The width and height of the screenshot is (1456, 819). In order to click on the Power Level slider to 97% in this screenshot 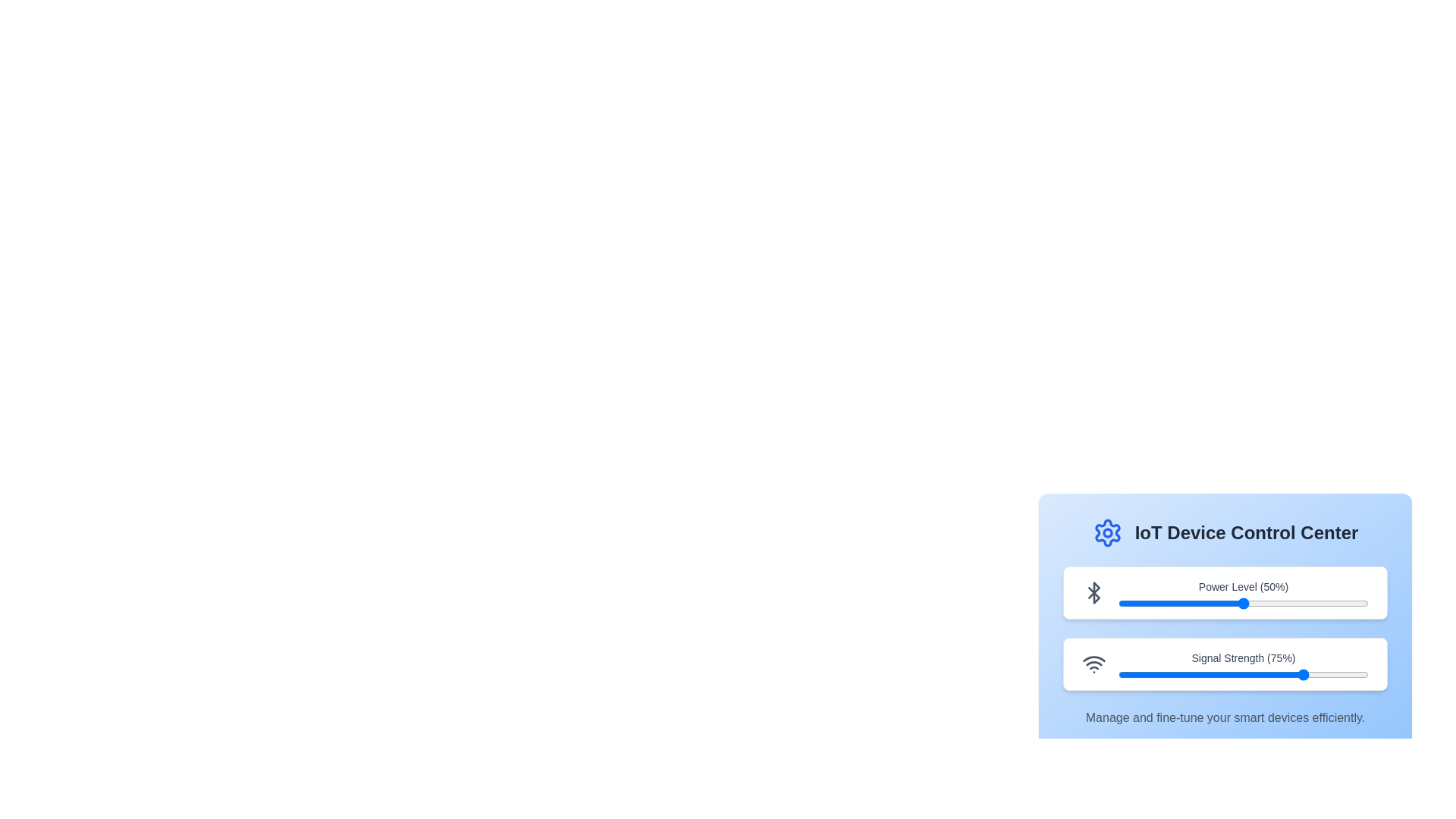, I will do `click(1361, 602)`.